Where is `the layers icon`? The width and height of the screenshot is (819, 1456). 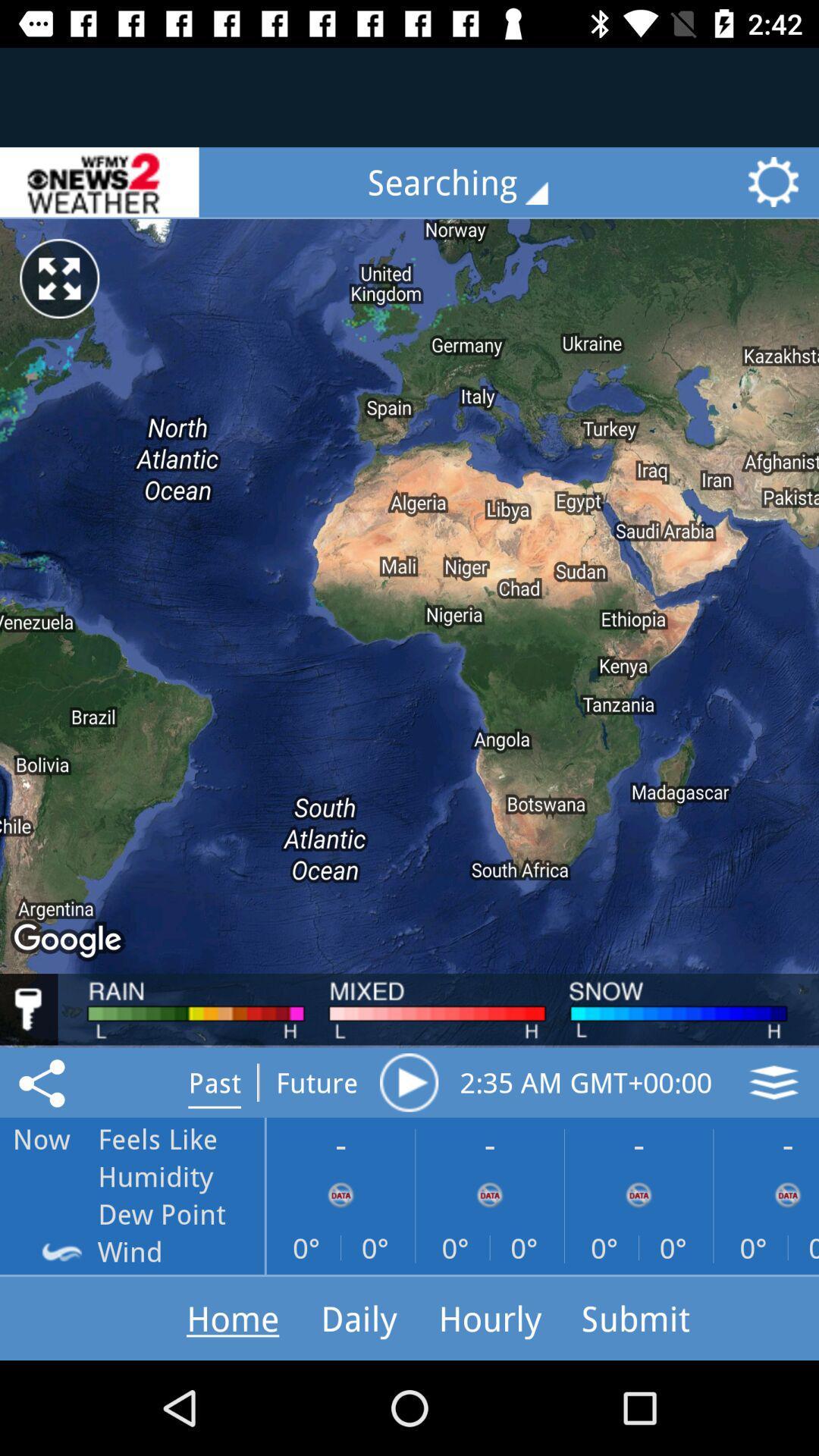
the layers icon is located at coordinates (773, 1081).